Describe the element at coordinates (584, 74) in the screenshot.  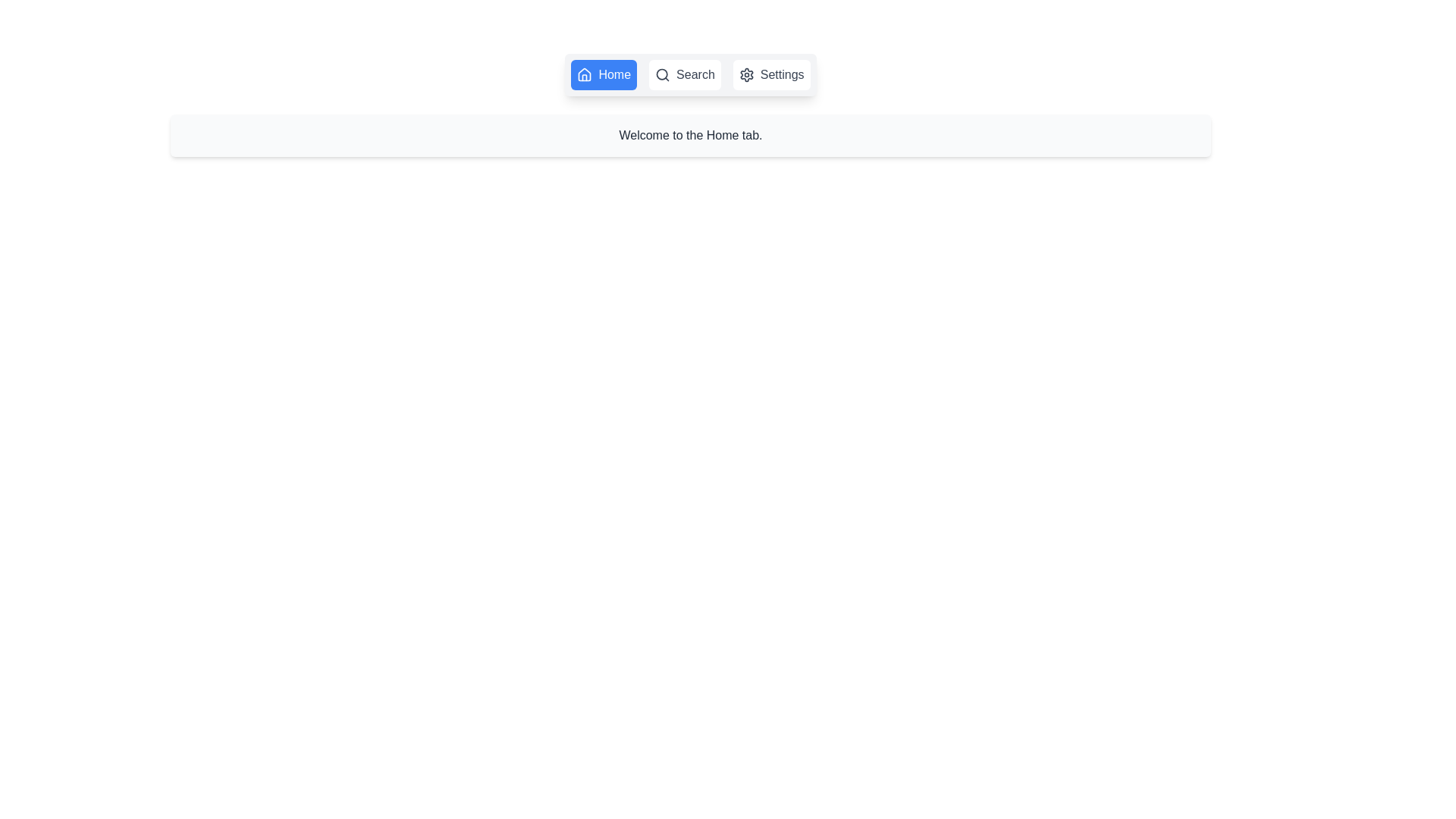
I see `the house icon located on the far-left side of the top navigation bar, which is associated with the 'Home' label` at that location.